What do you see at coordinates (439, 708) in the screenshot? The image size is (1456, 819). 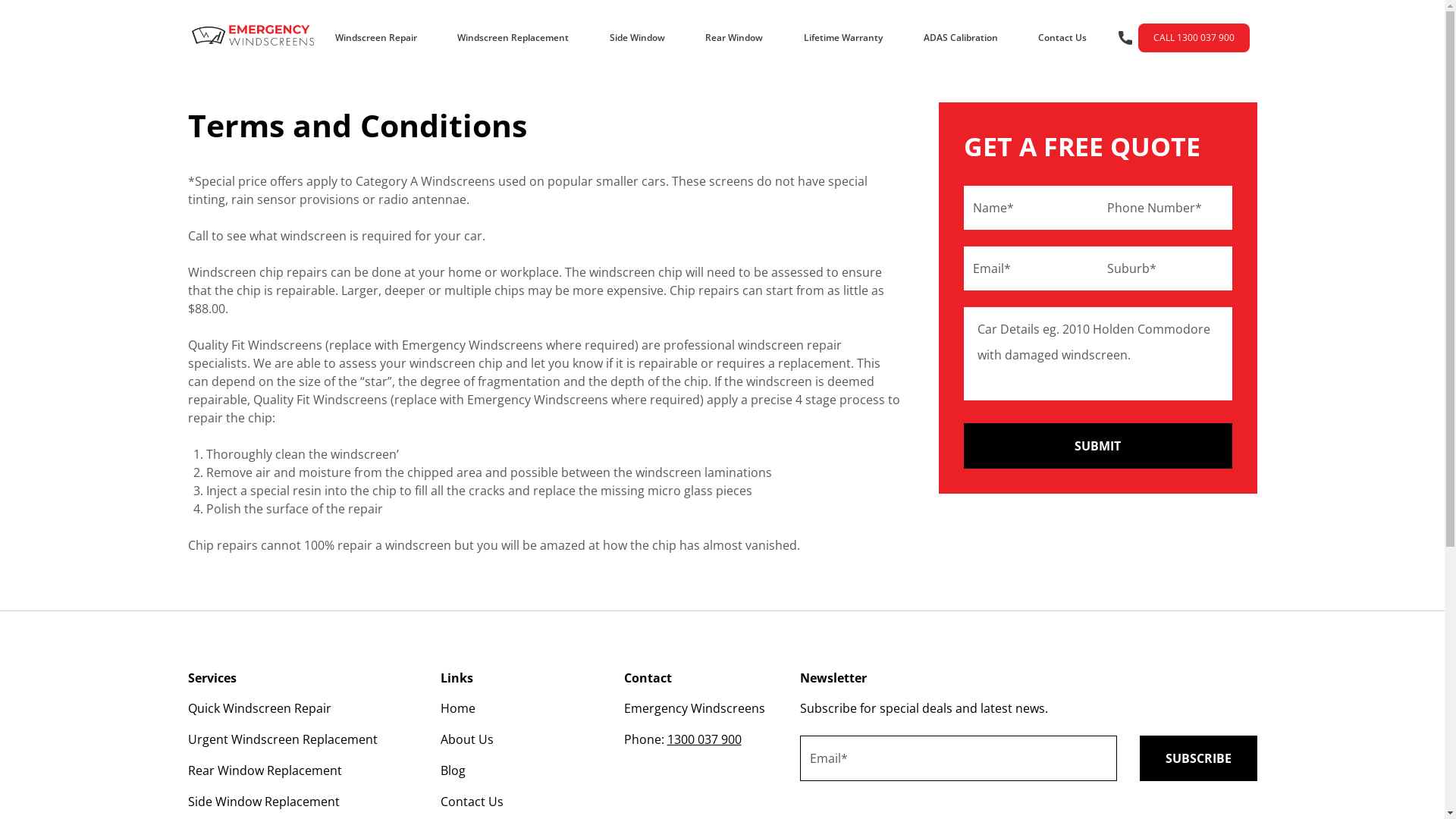 I see `'Home'` at bounding box center [439, 708].